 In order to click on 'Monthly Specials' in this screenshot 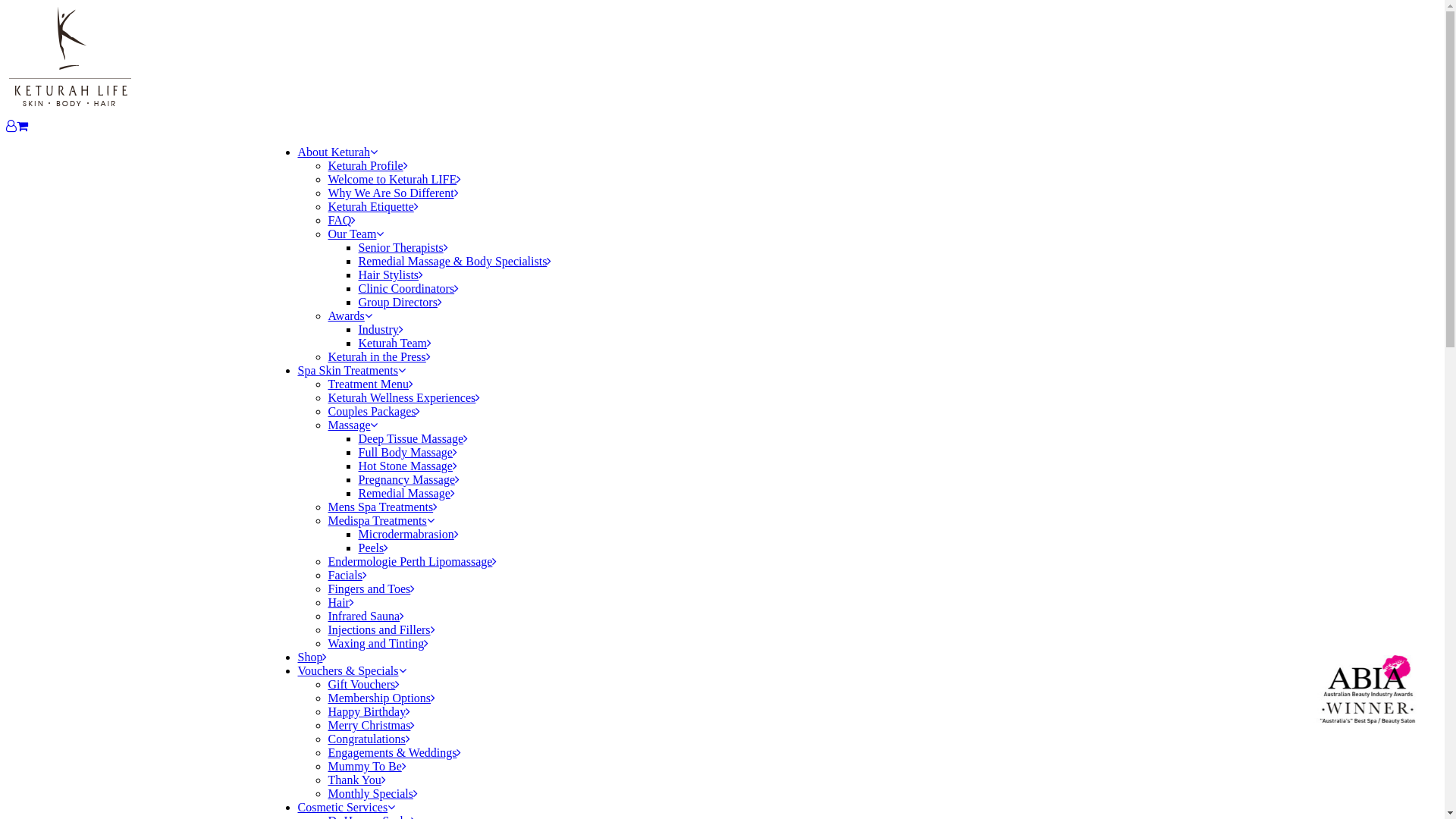, I will do `click(327, 792)`.